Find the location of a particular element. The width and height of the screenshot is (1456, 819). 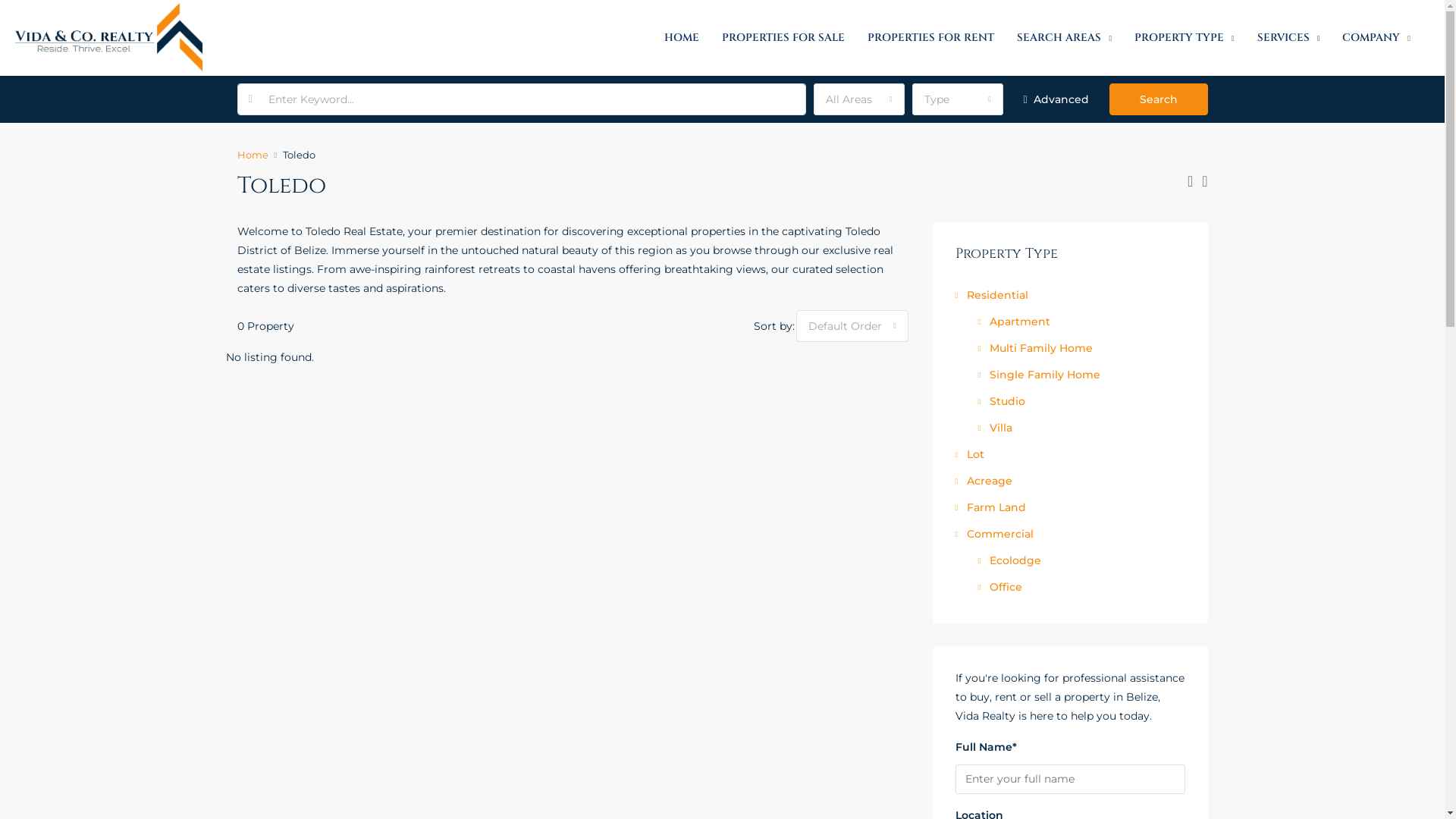

'Single Family Home' is located at coordinates (1038, 374).